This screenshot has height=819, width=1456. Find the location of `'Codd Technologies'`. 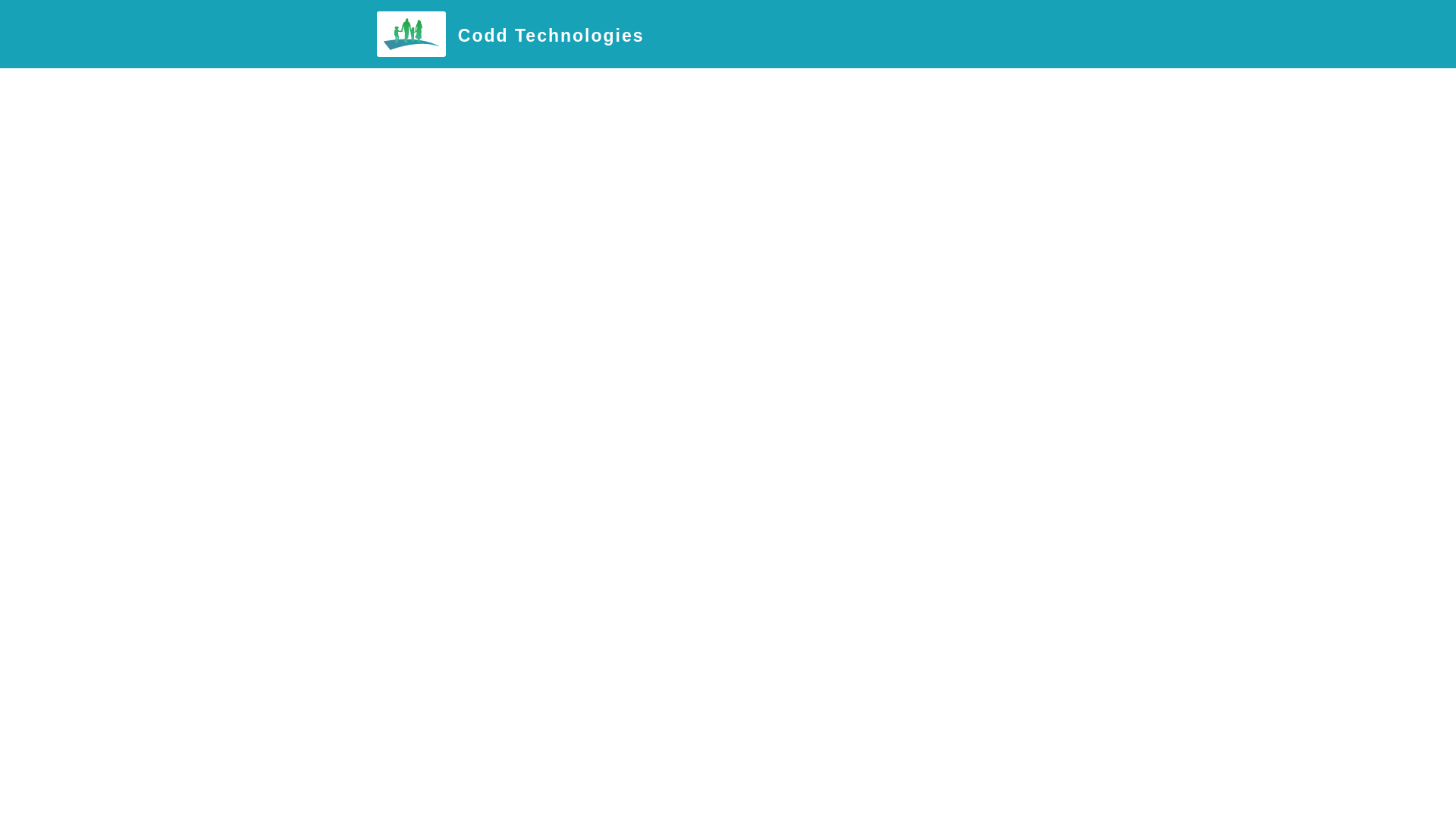

'Codd Technologies' is located at coordinates (550, 34).